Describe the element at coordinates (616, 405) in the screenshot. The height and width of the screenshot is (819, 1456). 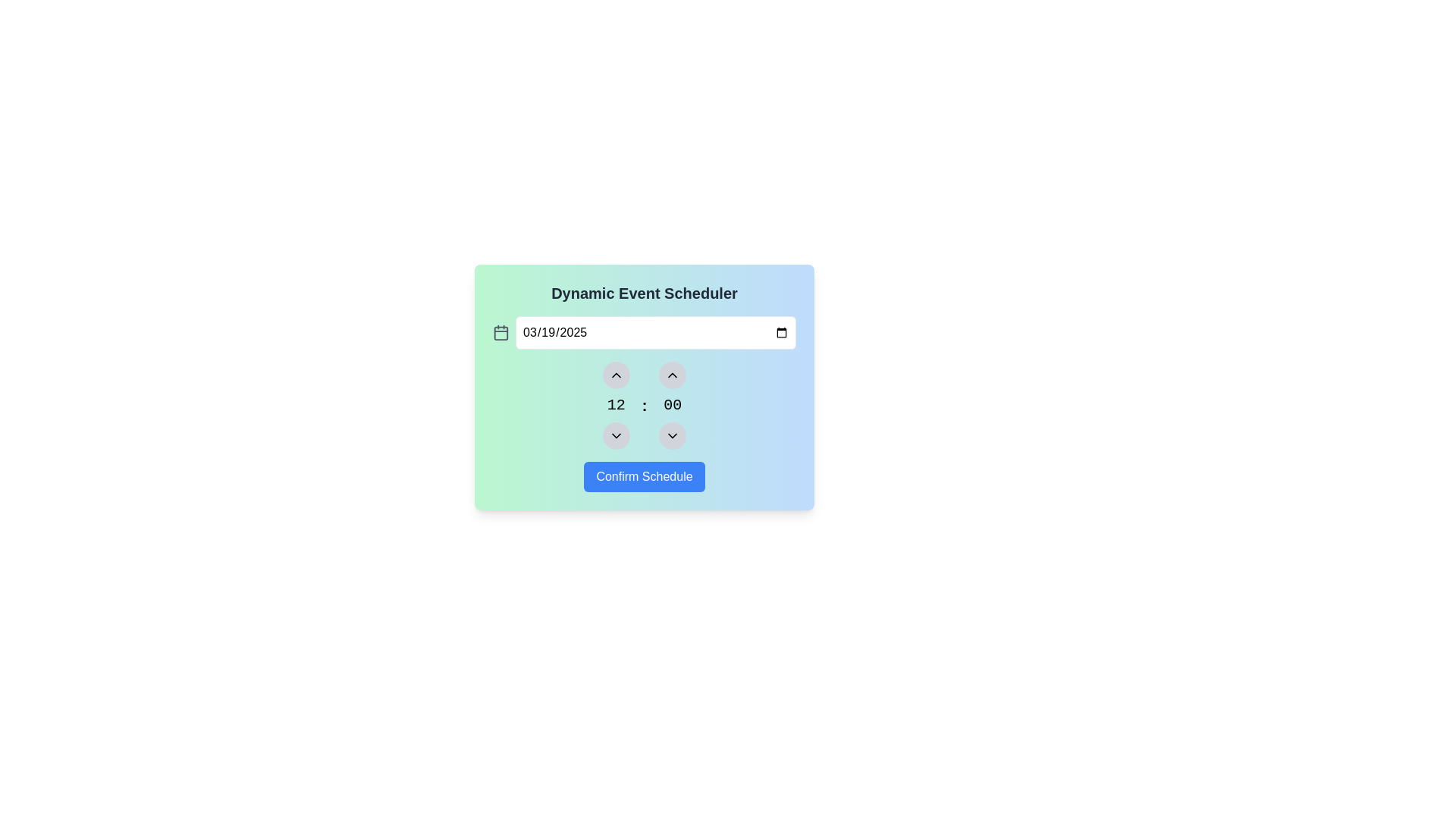
I see `the Text display component that shows the current hour value in the time picker widget, located centrally between the up and down arrow buttons` at that location.